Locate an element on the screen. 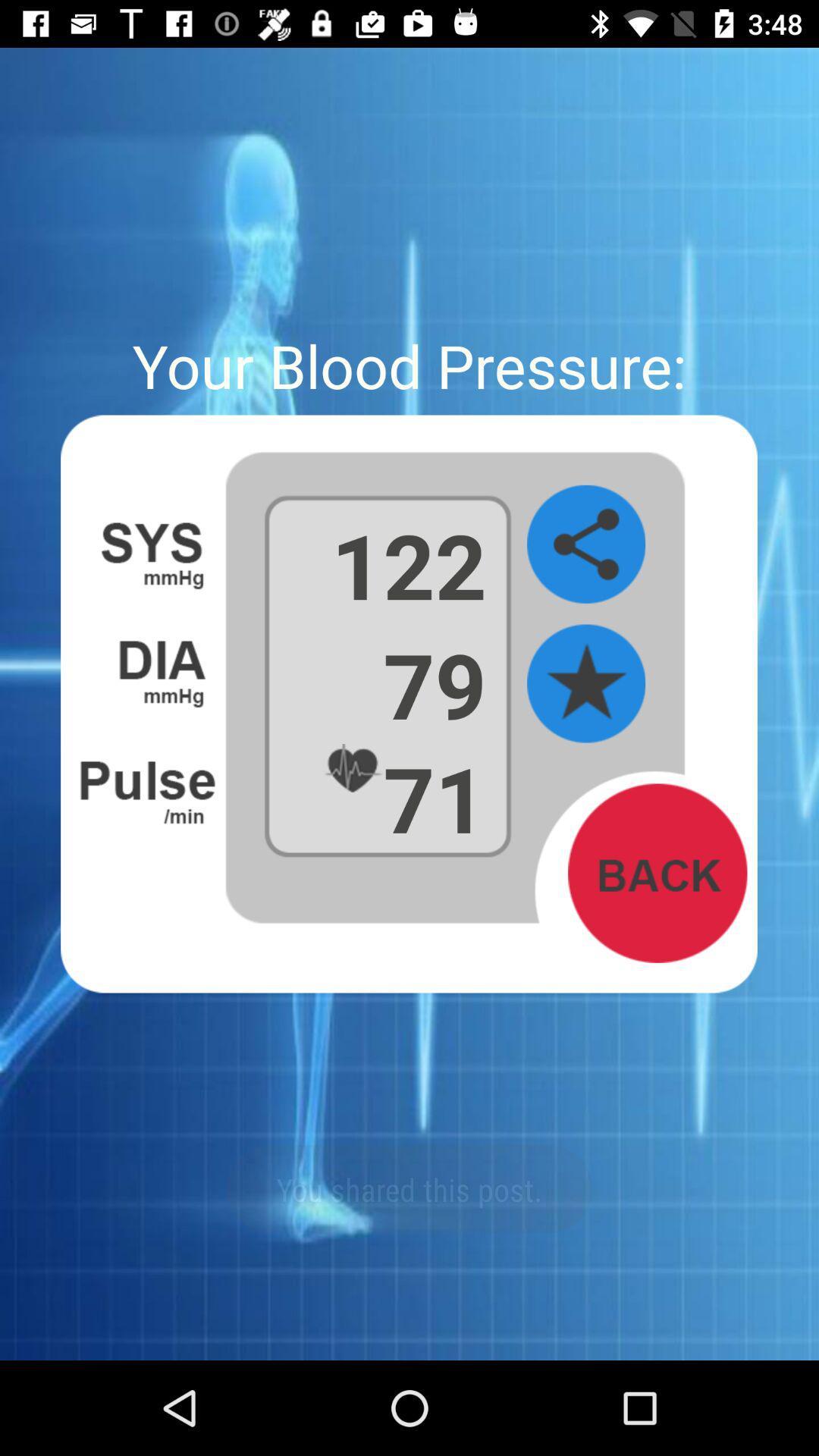  blood pressure is located at coordinates (585, 683).